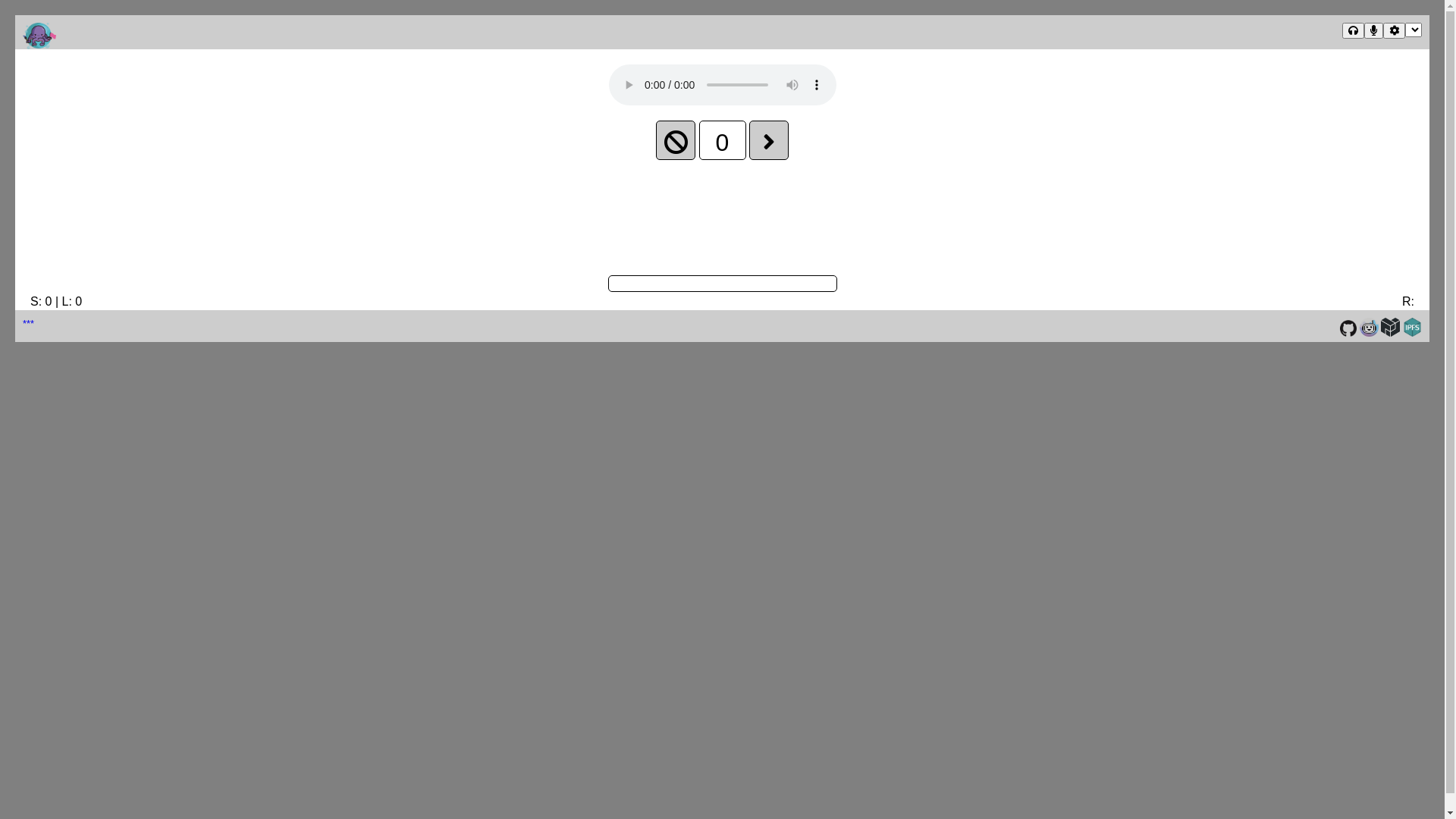 This screenshot has width=1456, height=819. Describe the element at coordinates (28, 322) in the screenshot. I see `'***'` at that location.